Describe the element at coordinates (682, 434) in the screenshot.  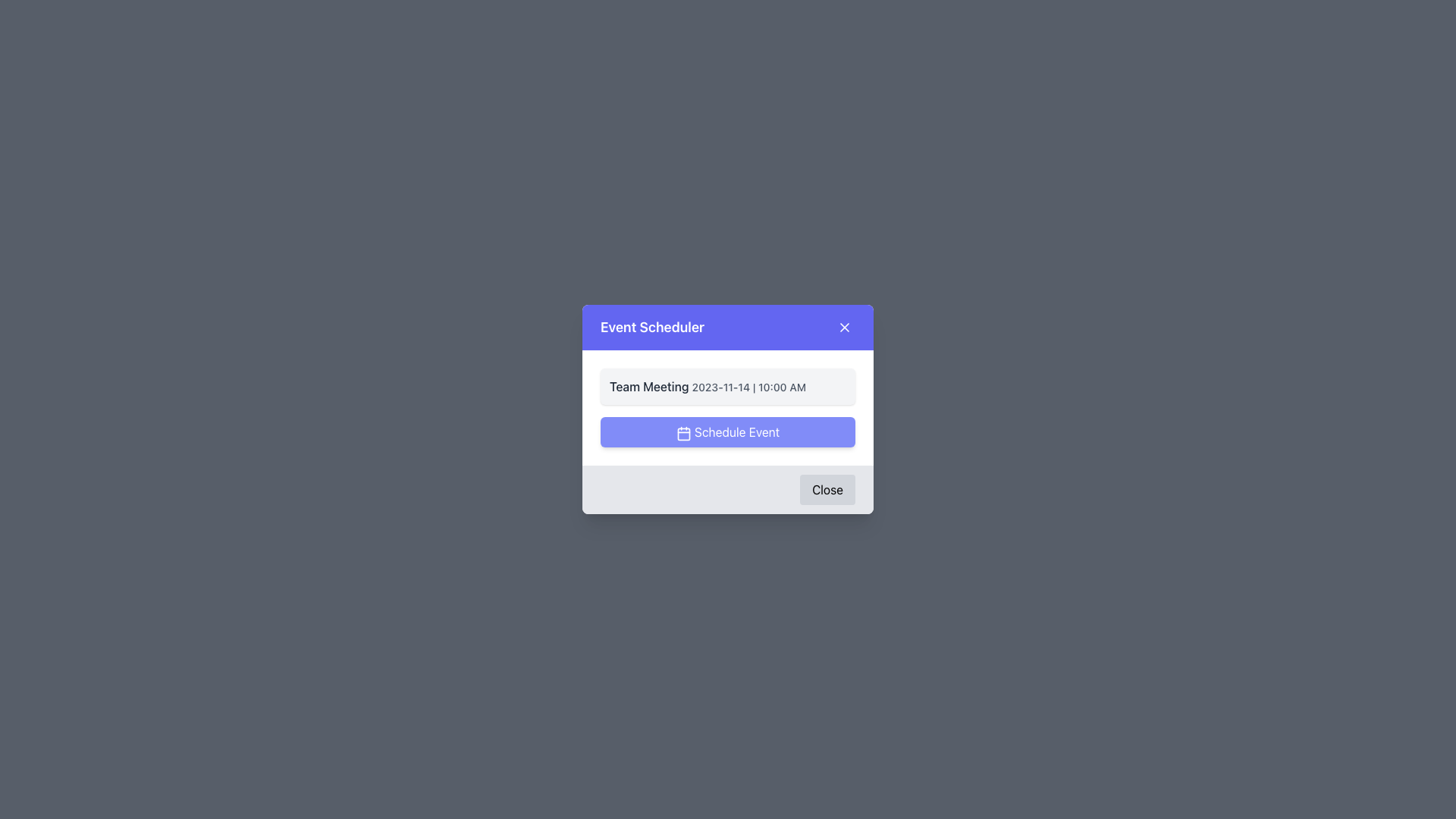
I see `the main body of the calendar icon, which represents a scheduling event, located adjacent to the text 'Schedule Event'` at that location.